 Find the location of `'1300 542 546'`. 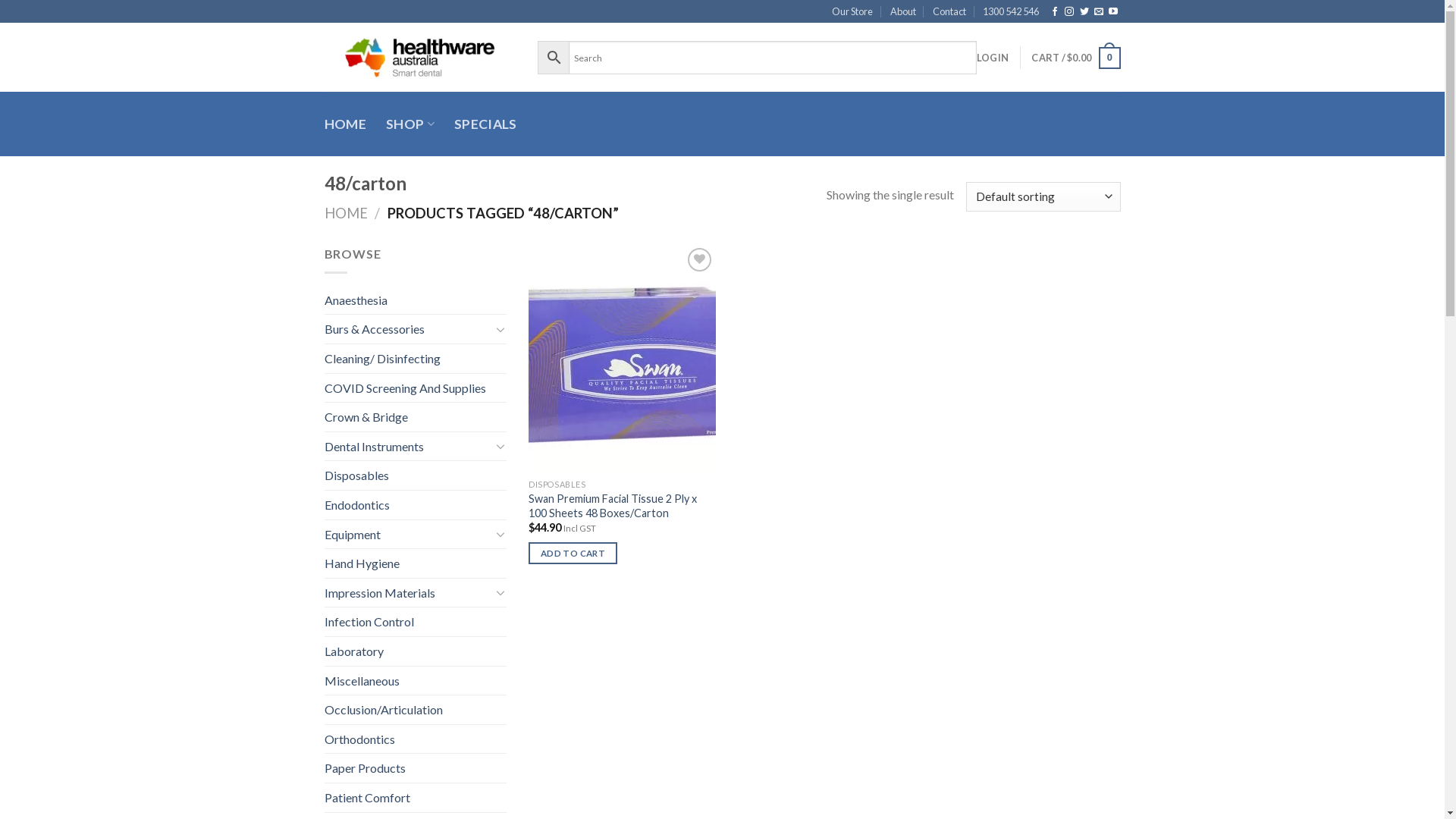

'1300 542 546' is located at coordinates (1011, 11).